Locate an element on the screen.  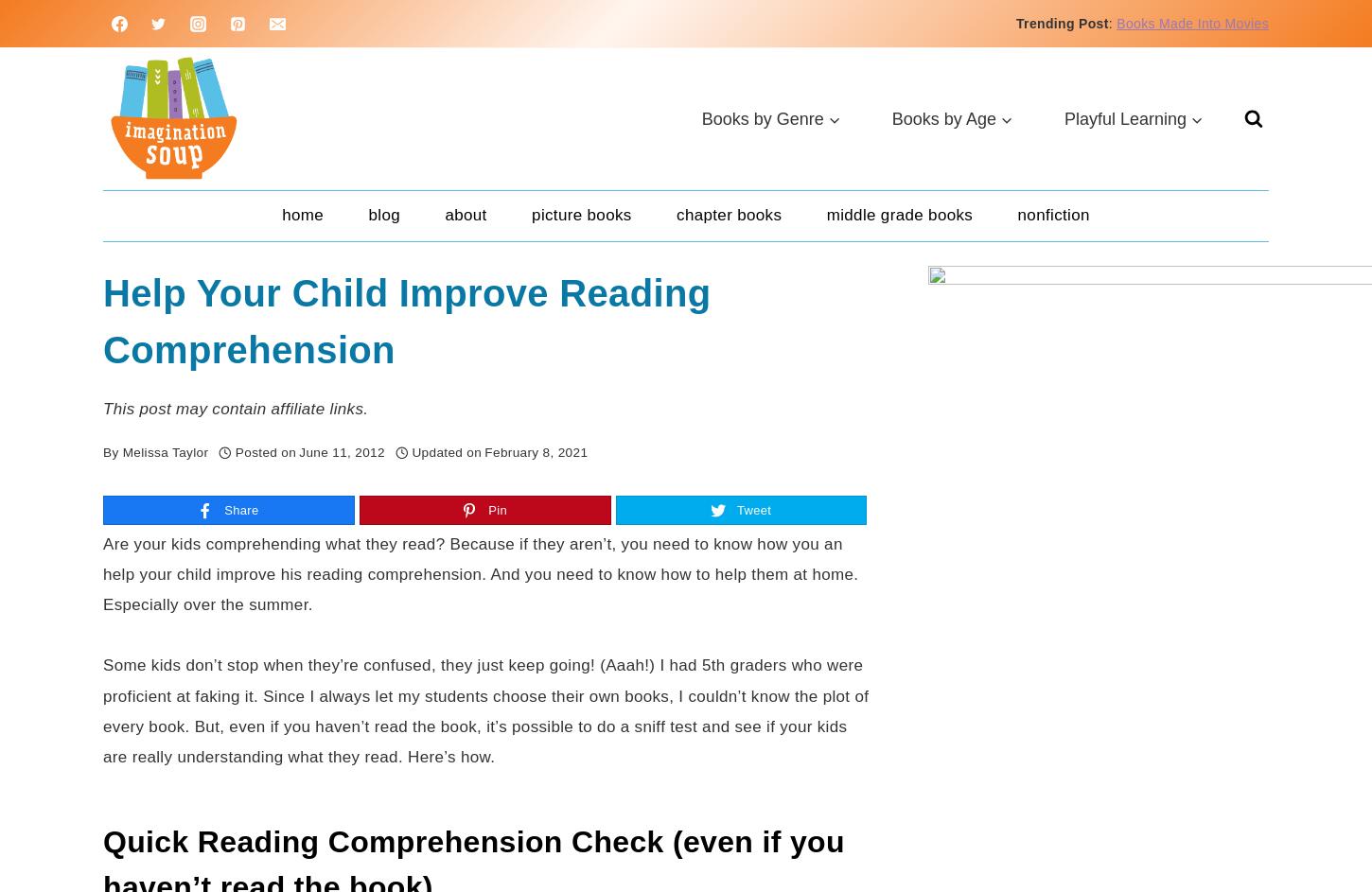
'About' is located at coordinates (465, 215).